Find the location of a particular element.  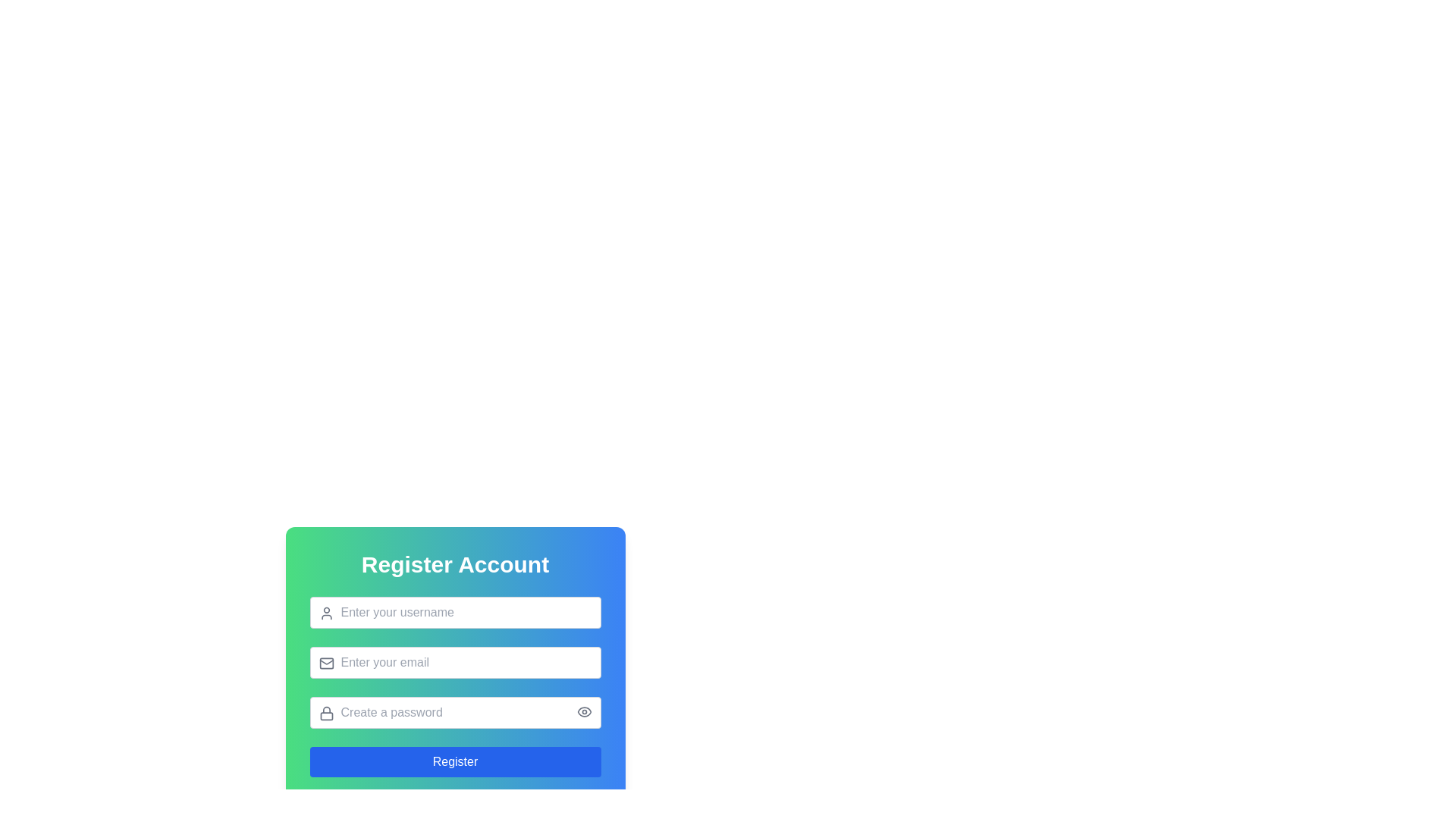

the lock icon positioned to the left of the 'Create a password' text input field, which is styled minimally with a gray color and features a rectangular base and curved shackle is located at coordinates (325, 714).